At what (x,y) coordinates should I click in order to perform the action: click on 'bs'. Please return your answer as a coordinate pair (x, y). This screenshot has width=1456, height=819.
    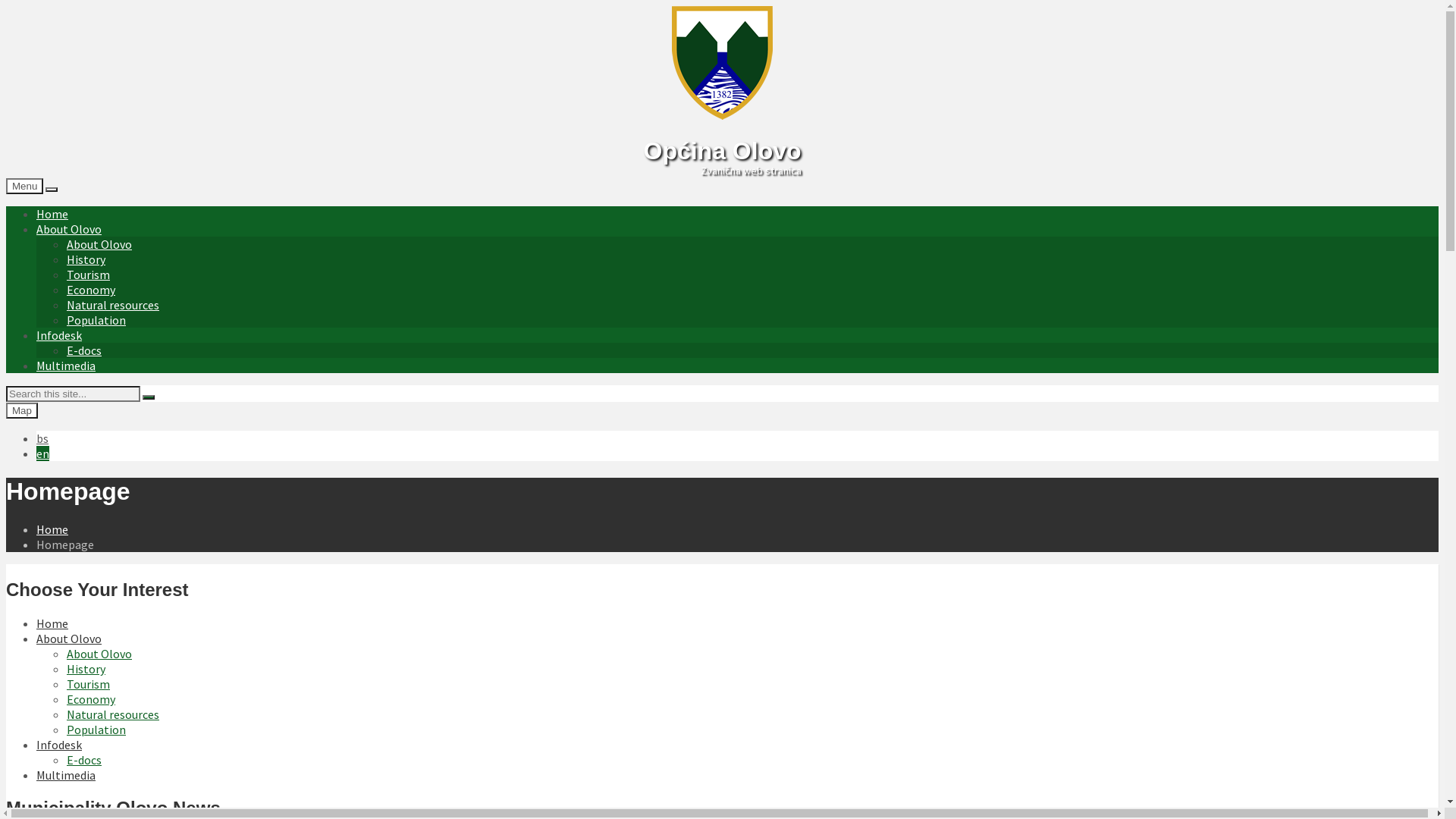
    Looking at the image, I should click on (36, 438).